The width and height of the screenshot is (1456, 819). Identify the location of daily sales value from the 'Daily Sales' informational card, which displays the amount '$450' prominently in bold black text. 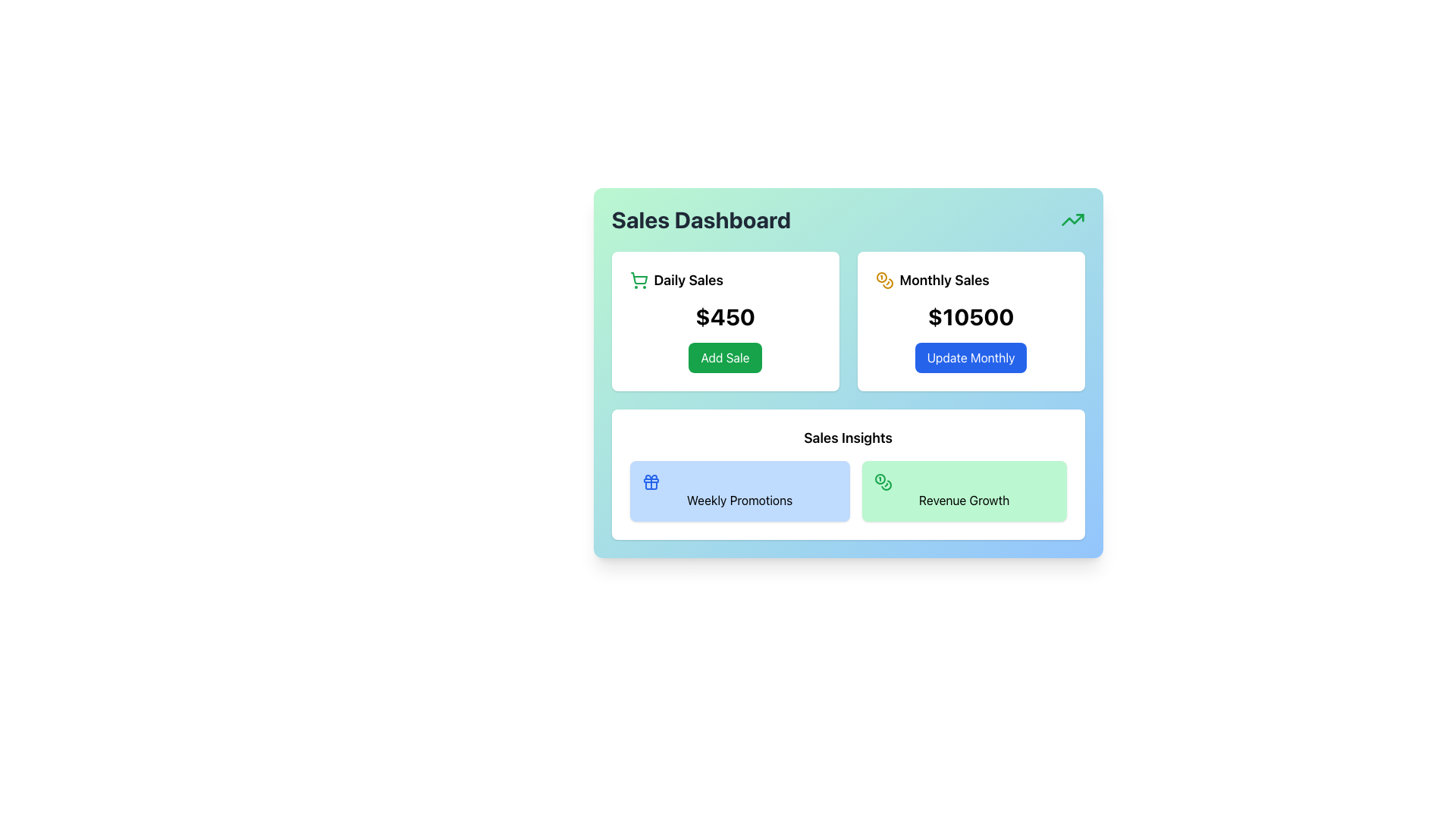
(724, 321).